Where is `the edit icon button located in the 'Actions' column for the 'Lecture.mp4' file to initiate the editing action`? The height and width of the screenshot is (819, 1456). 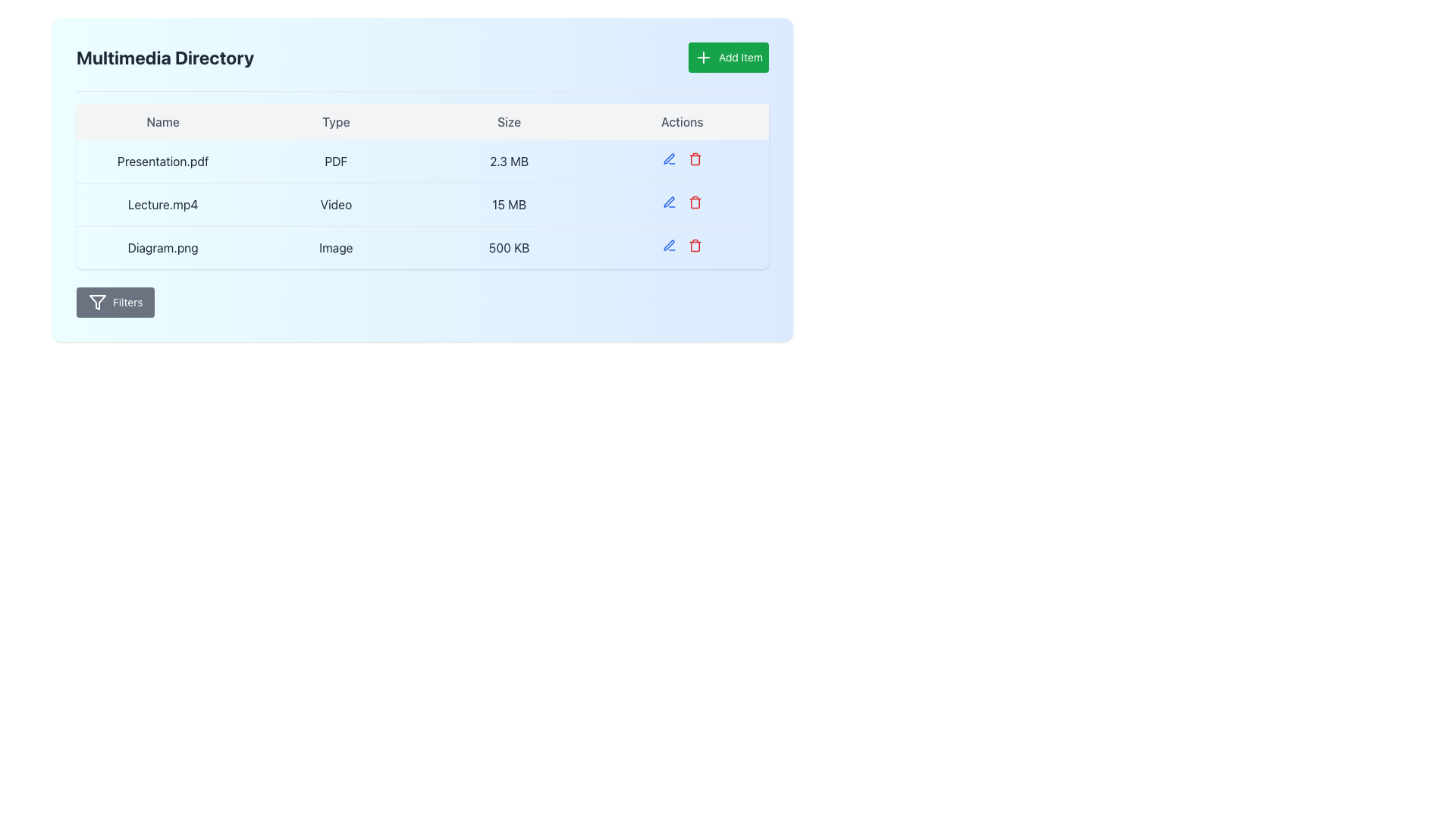 the edit icon button located in the 'Actions' column for the 'Lecture.mp4' file to initiate the editing action is located at coordinates (668, 201).